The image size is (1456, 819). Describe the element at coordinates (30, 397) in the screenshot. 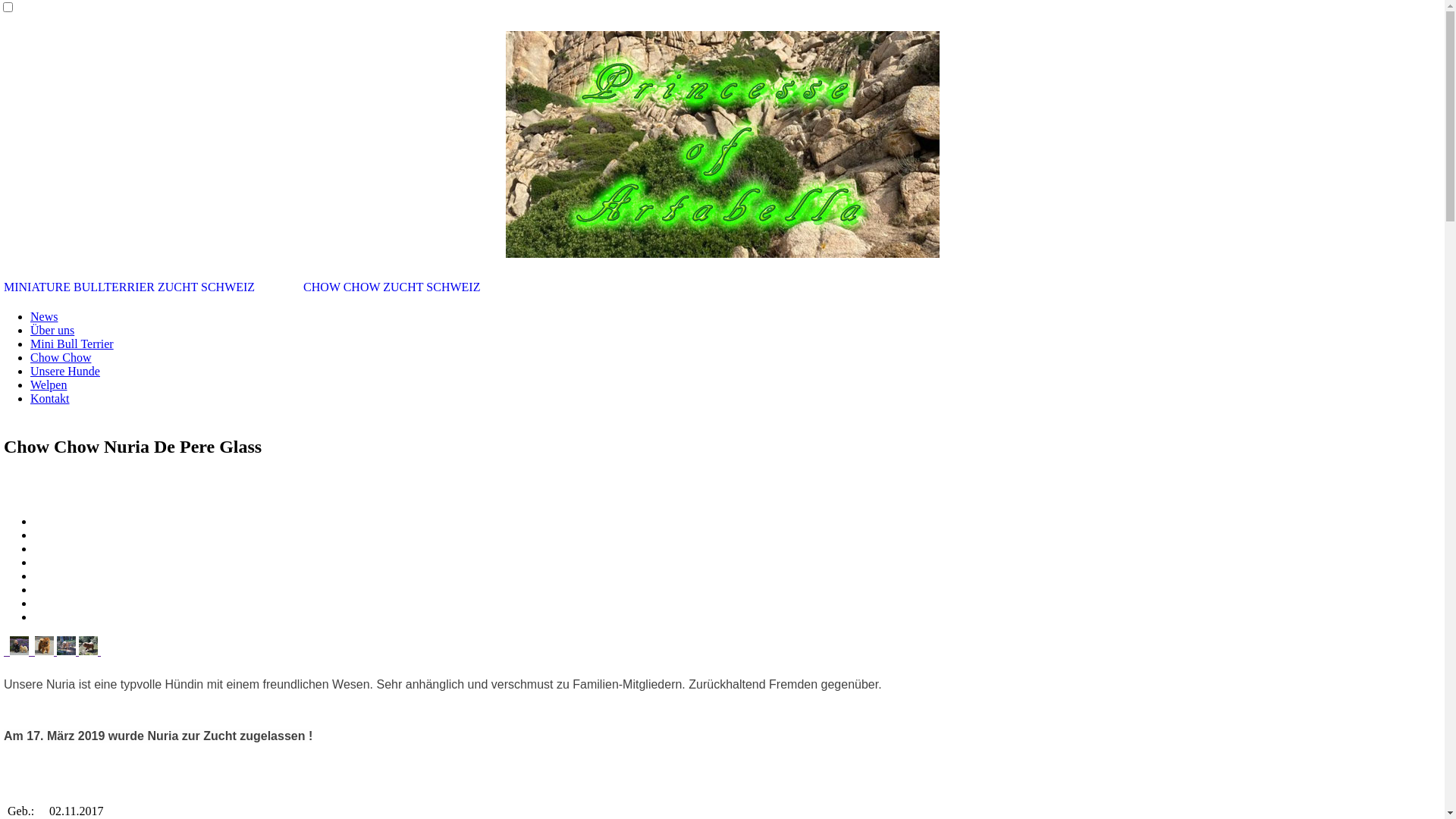

I see `'Kontakt'` at that location.